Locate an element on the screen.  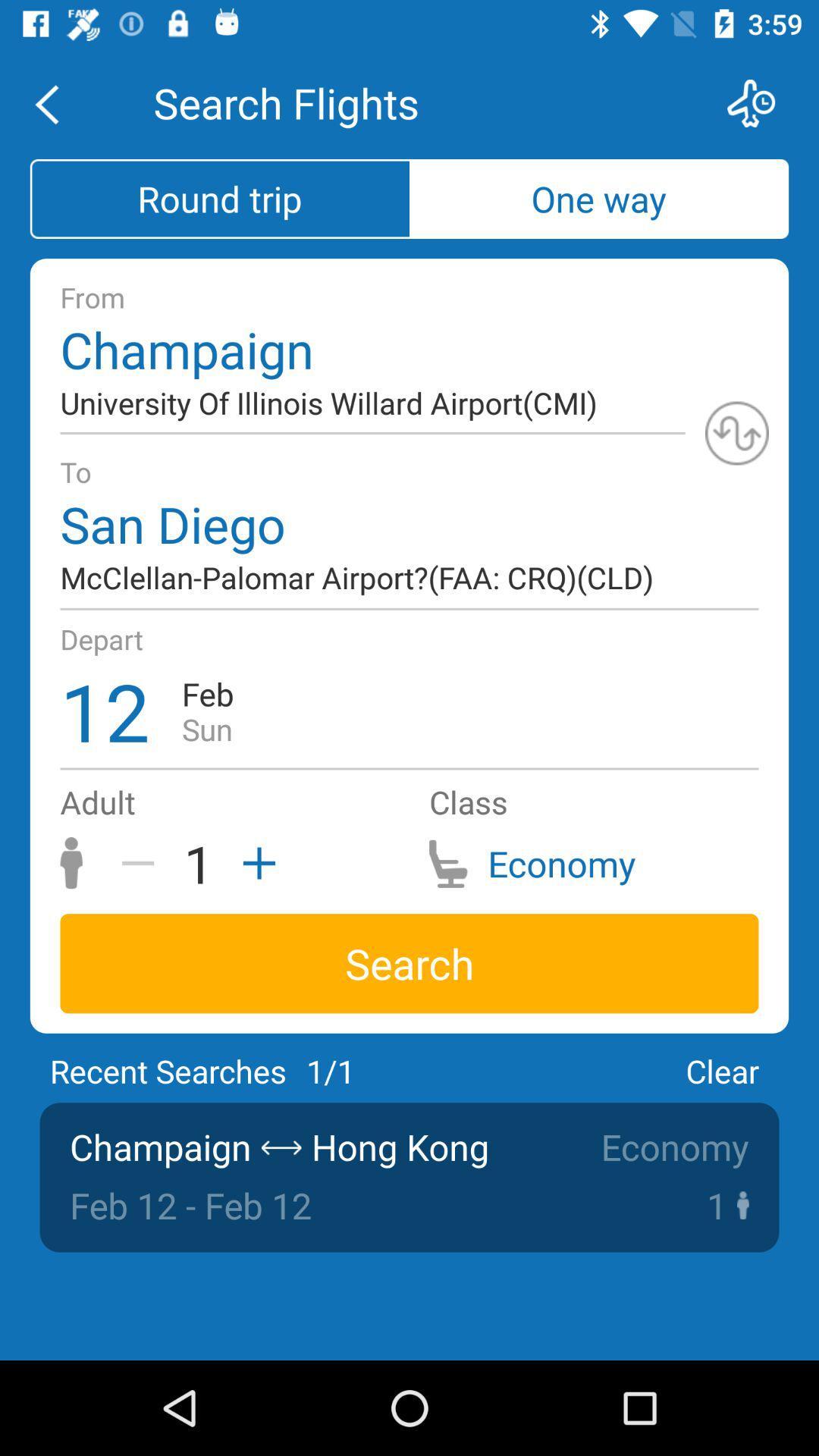
the minus icon is located at coordinates (143, 863).